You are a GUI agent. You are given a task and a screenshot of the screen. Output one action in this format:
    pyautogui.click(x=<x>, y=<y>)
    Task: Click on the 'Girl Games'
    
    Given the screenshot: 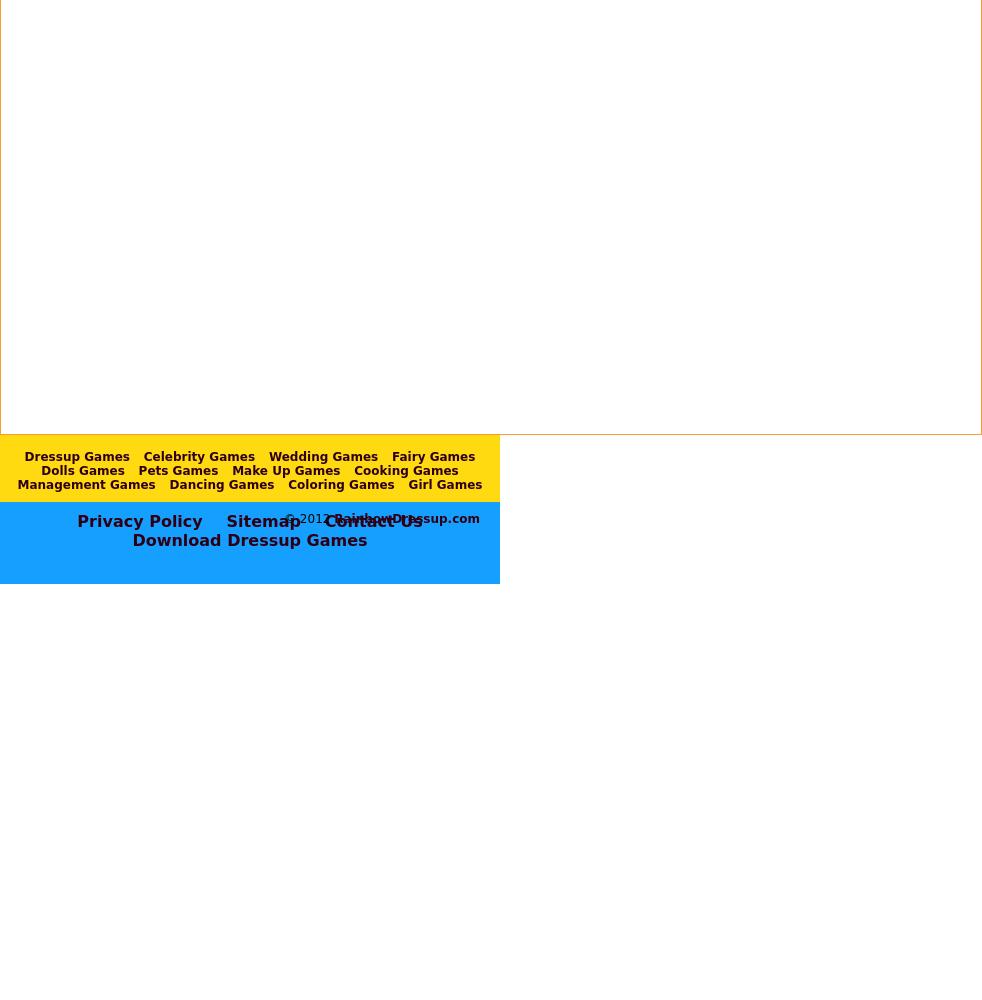 What is the action you would take?
    pyautogui.click(x=445, y=483)
    